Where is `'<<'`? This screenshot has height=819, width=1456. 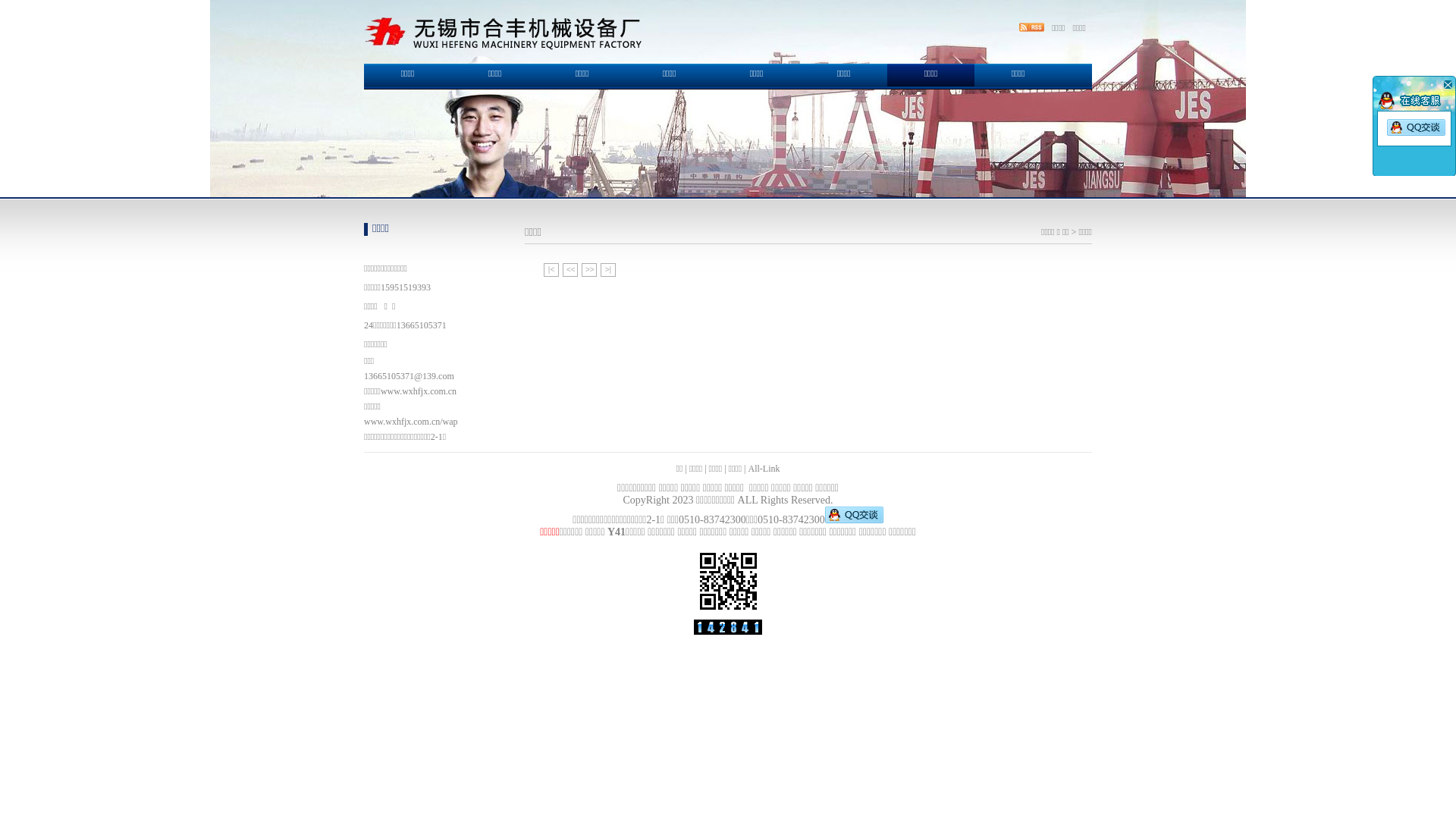
'<<' is located at coordinates (570, 268).